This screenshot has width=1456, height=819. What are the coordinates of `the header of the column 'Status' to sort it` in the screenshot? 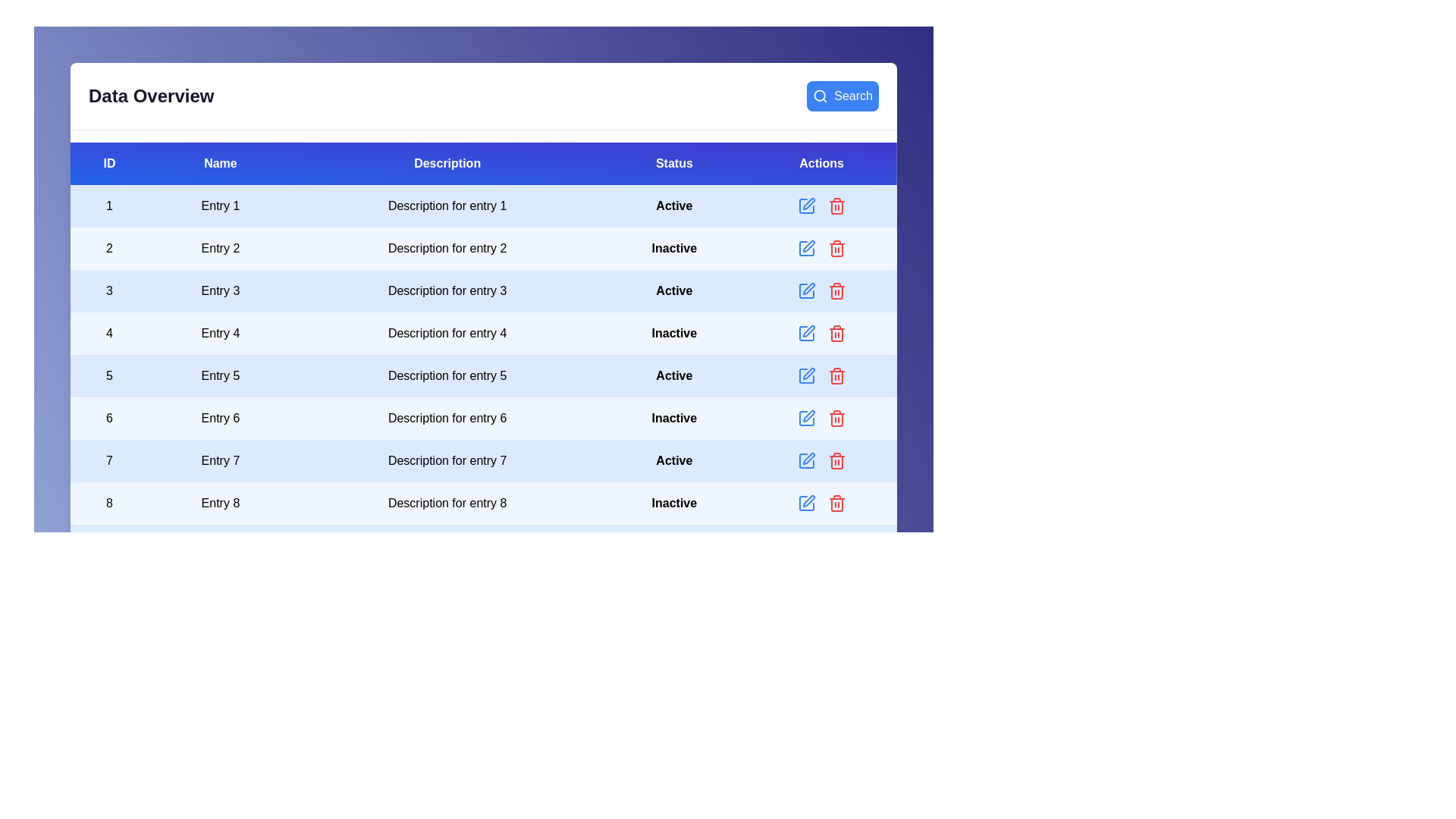 It's located at (673, 164).